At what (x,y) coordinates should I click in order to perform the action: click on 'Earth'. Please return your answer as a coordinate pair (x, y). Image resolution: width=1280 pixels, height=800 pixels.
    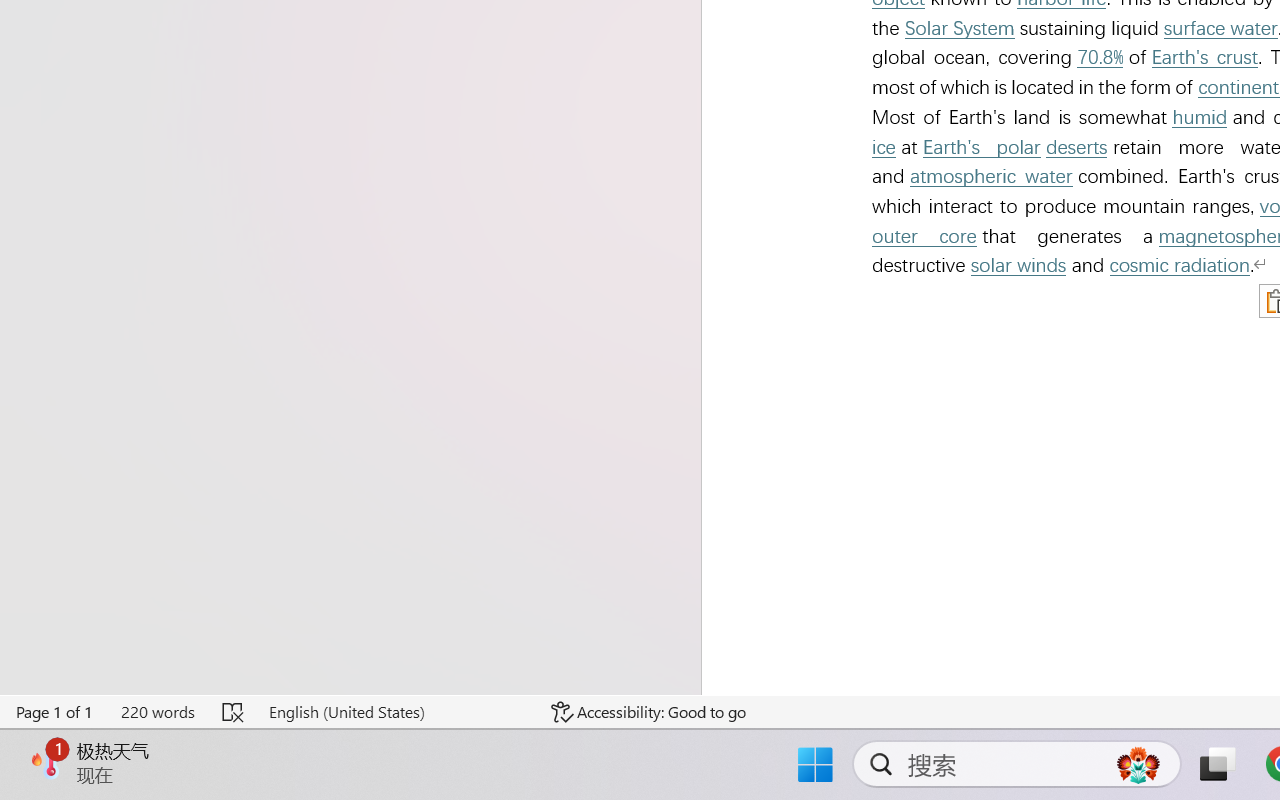
    Looking at the image, I should click on (1204, 56).